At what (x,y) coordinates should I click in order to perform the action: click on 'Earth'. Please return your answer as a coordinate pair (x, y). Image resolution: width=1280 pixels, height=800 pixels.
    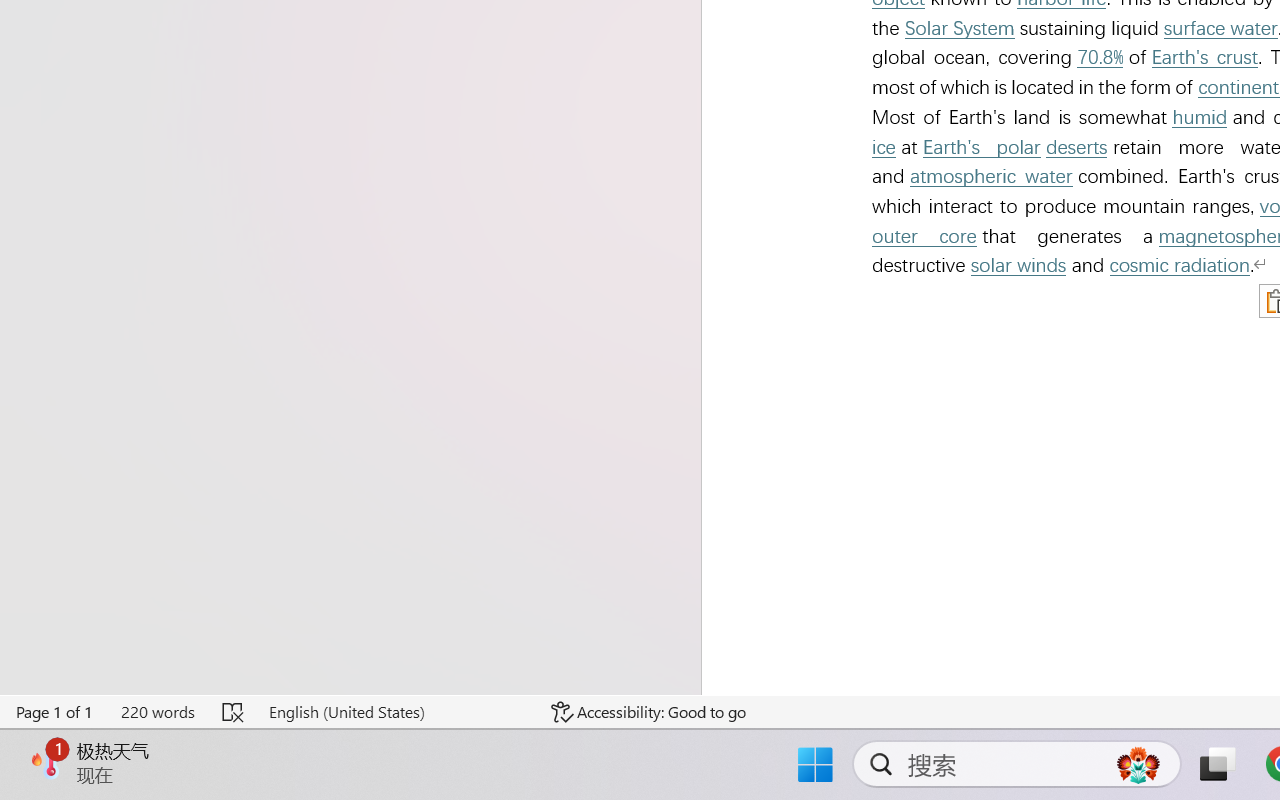
    Looking at the image, I should click on (1204, 56).